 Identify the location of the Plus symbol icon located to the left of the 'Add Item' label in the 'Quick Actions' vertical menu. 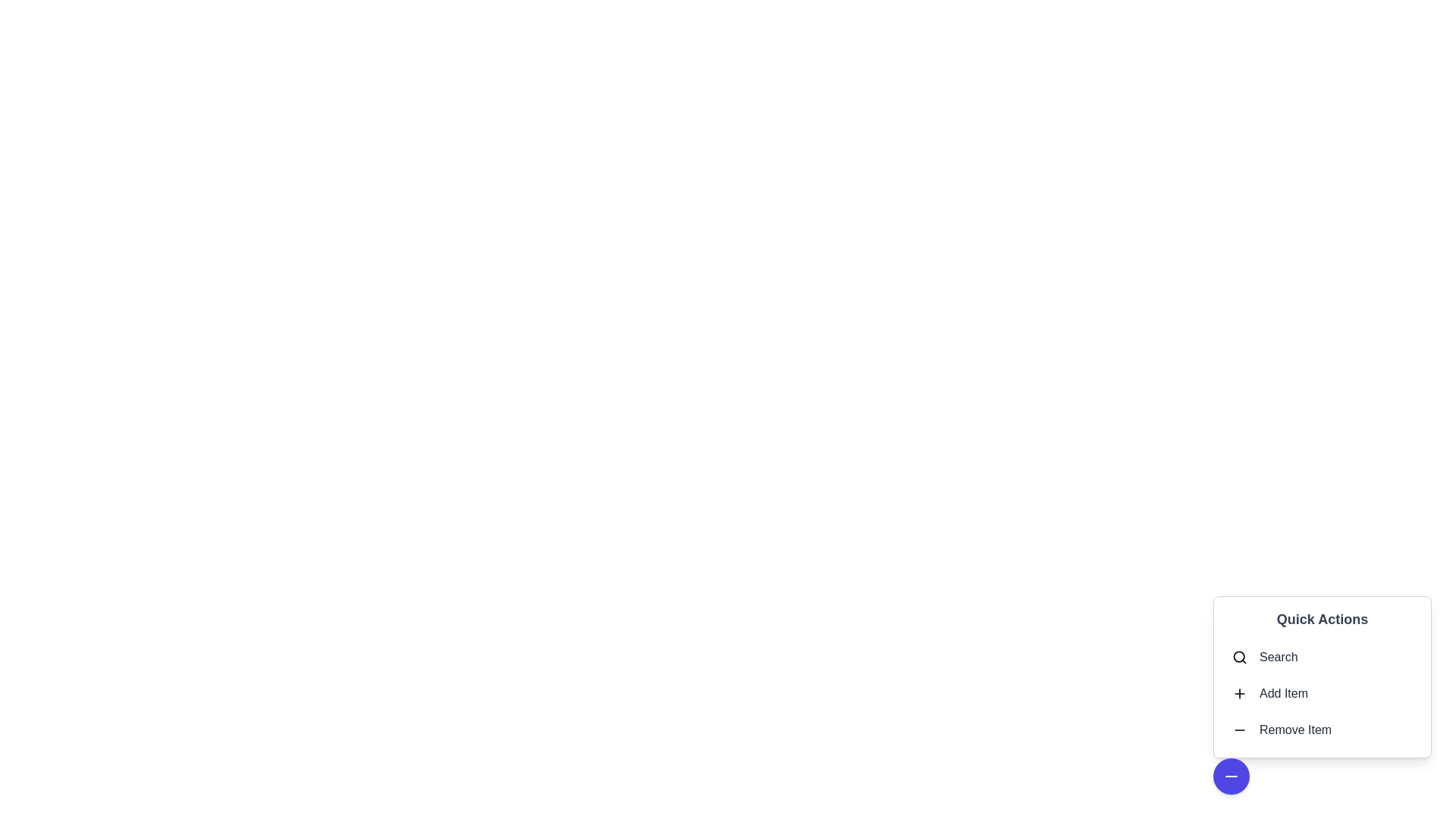
(1240, 693).